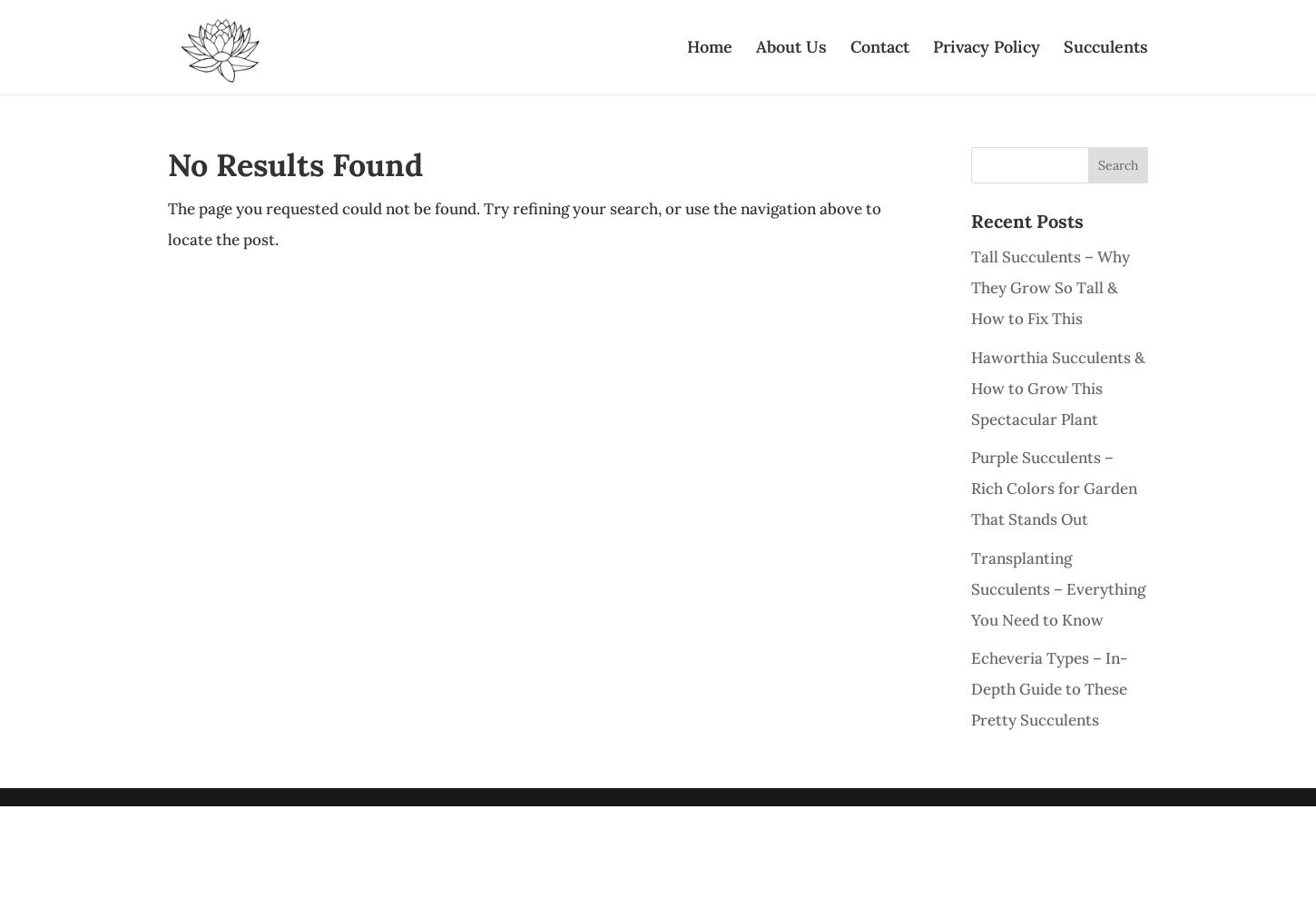 Image resolution: width=1316 pixels, height=908 pixels. What do you see at coordinates (709, 46) in the screenshot?
I see `'Home'` at bounding box center [709, 46].